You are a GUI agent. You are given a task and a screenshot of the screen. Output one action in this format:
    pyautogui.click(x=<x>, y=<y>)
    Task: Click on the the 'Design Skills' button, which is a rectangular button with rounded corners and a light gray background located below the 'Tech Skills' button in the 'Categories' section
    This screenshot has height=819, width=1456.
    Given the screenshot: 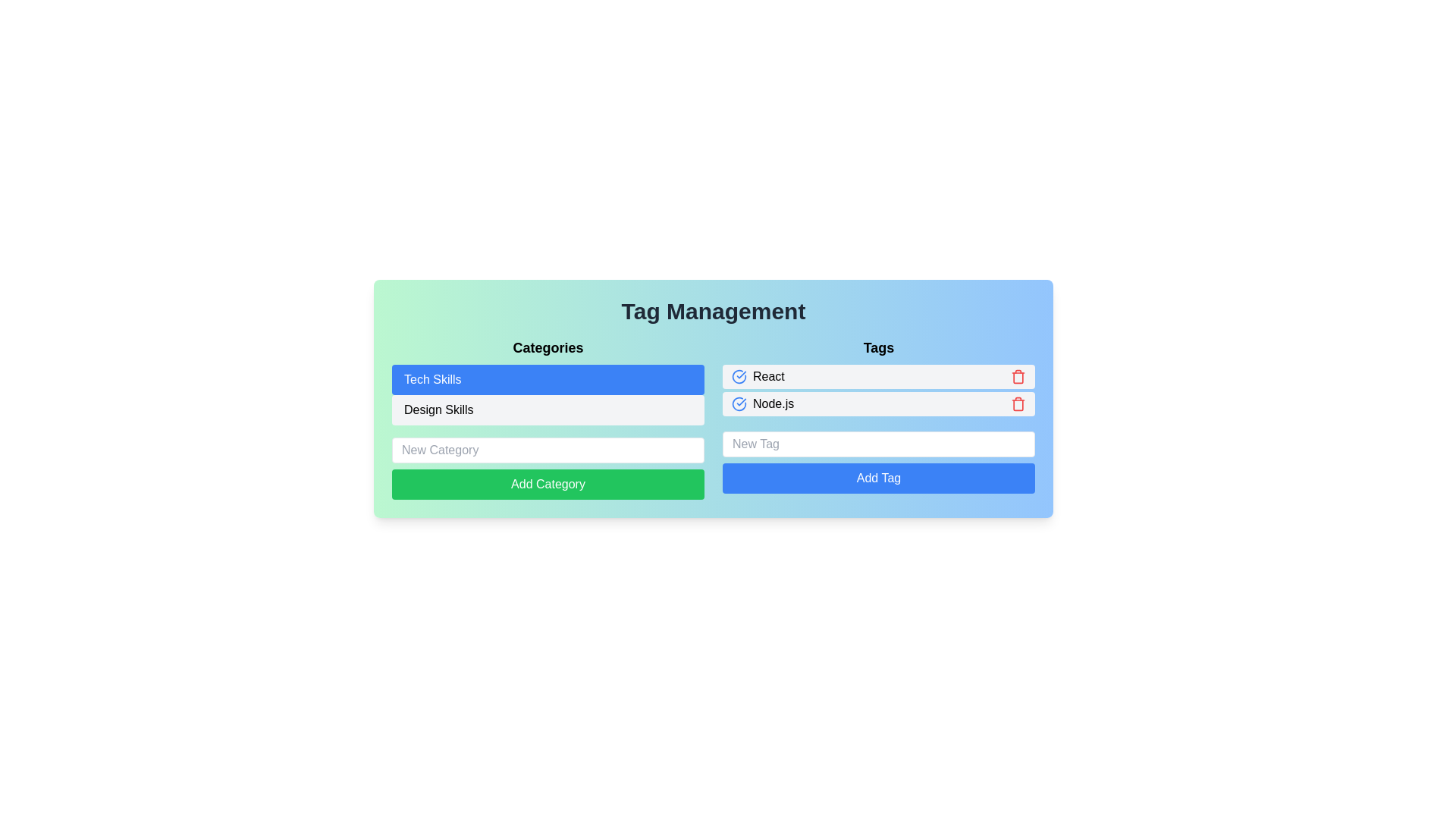 What is the action you would take?
    pyautogui.click(x=548, y=409)
    